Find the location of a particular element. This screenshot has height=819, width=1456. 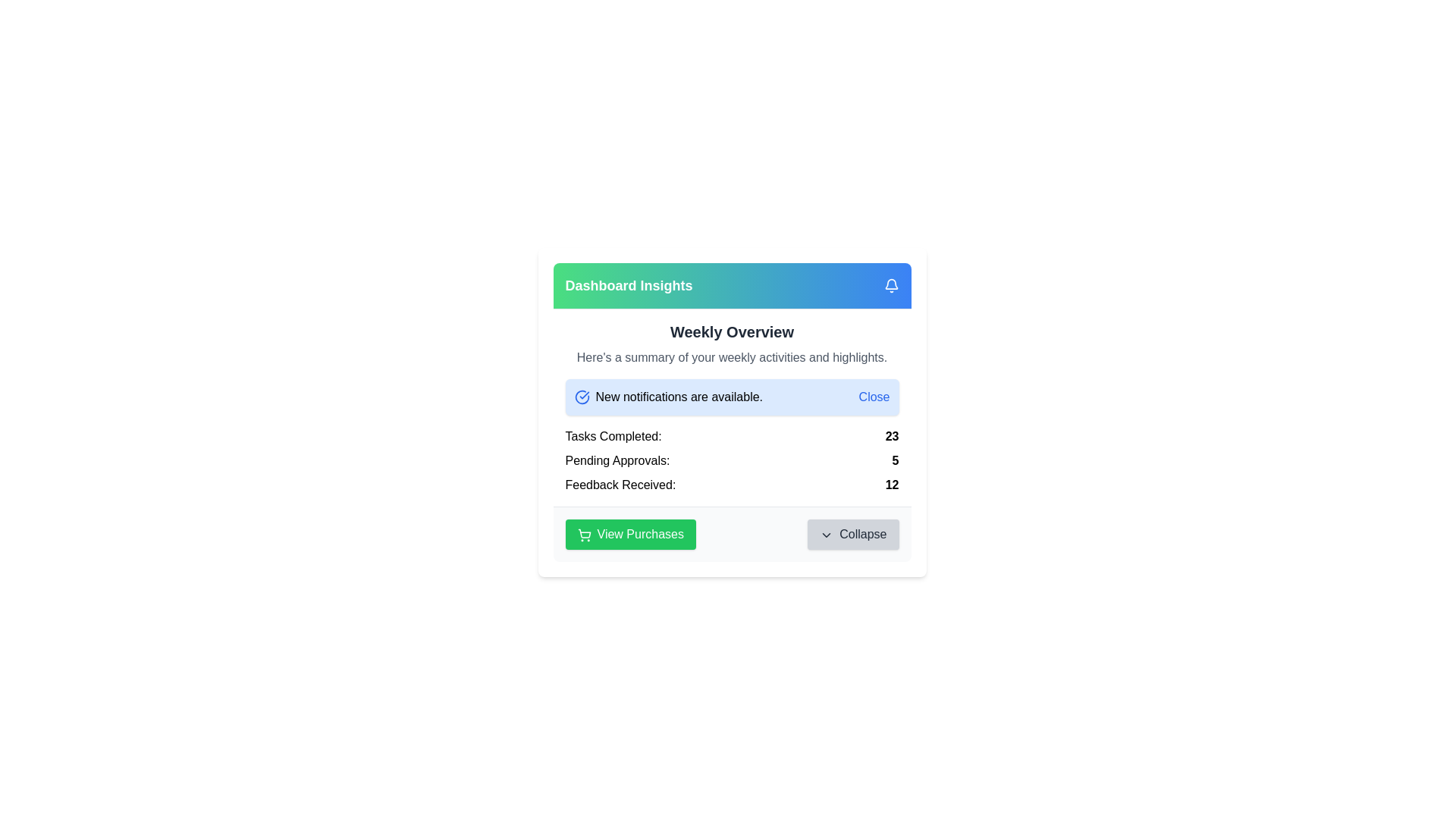

the green button labeled 'View Purchases' with a shopping cart icon is located at coordinates (630, 534).